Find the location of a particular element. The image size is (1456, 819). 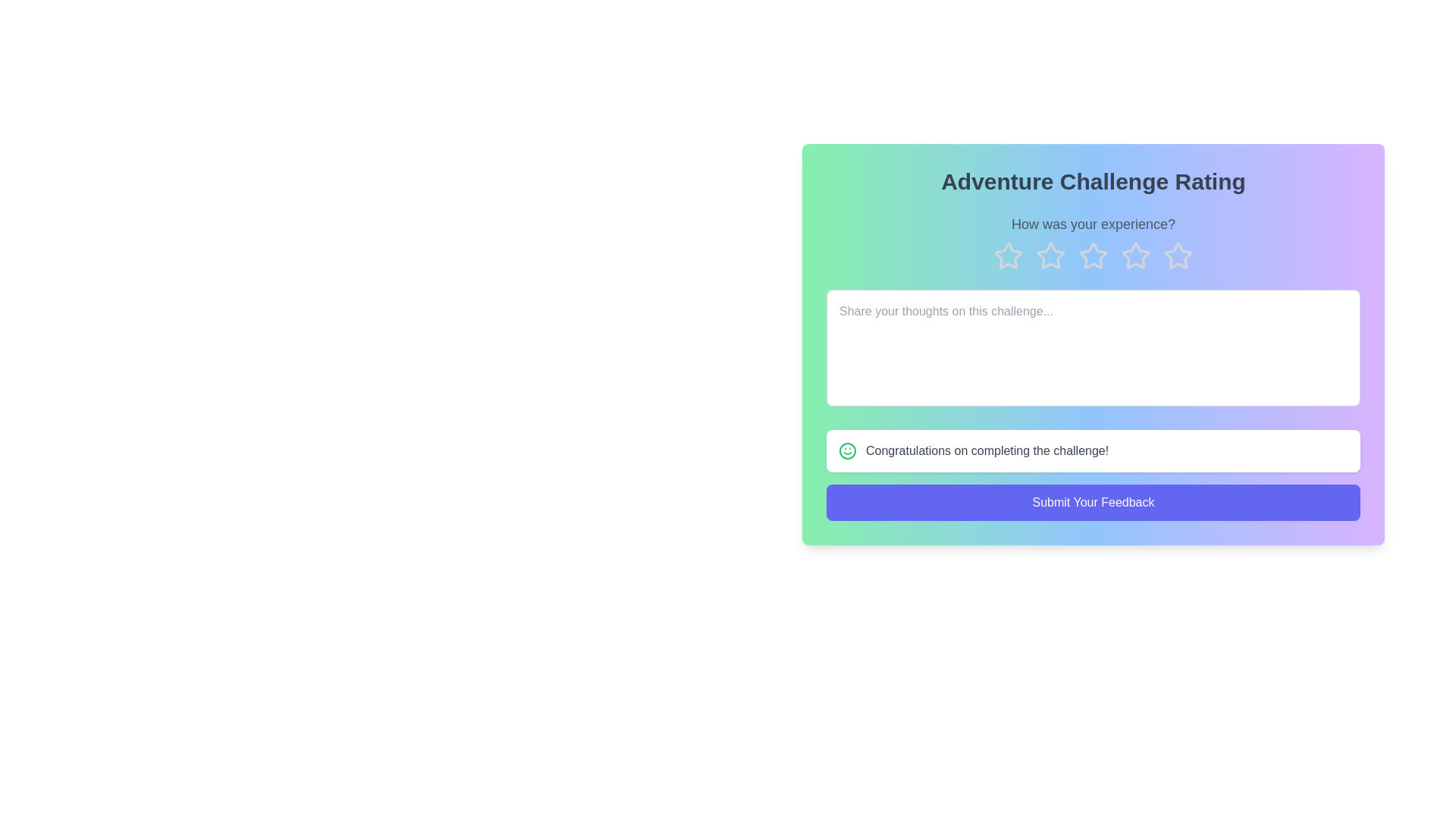

the circular outline icon with a smiling face design, which is positioned to the left of the congratulatory message 'Congratulations on completing the challenge!' is located at coordinates (847, 450).